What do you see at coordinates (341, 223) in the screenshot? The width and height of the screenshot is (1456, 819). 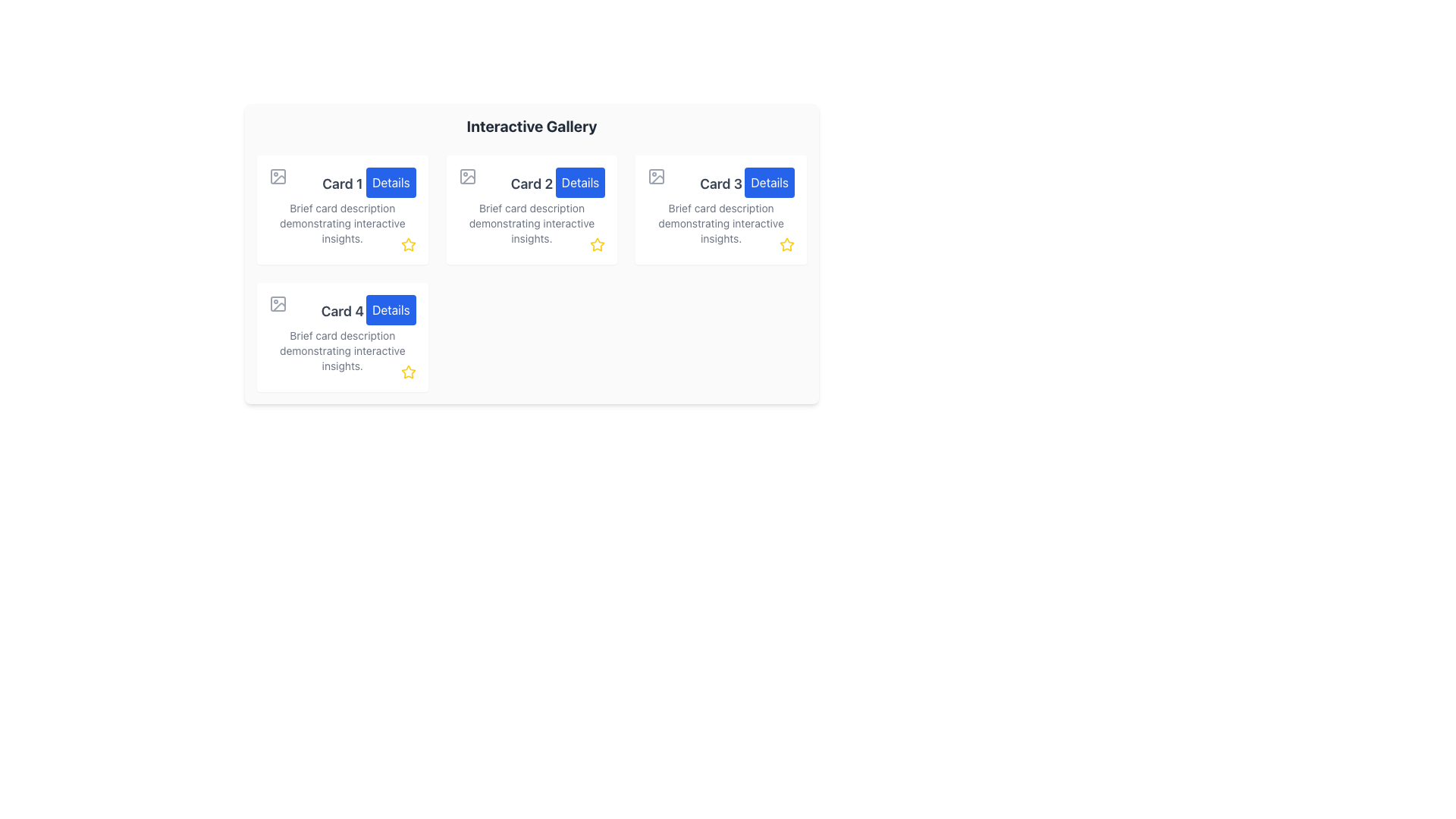 I see `the text label displaying the content 'Brief card description demonstrating interactive insights.' which is positioned below the title 'Card 1' within a card structure` at bounding box center [341, 223].